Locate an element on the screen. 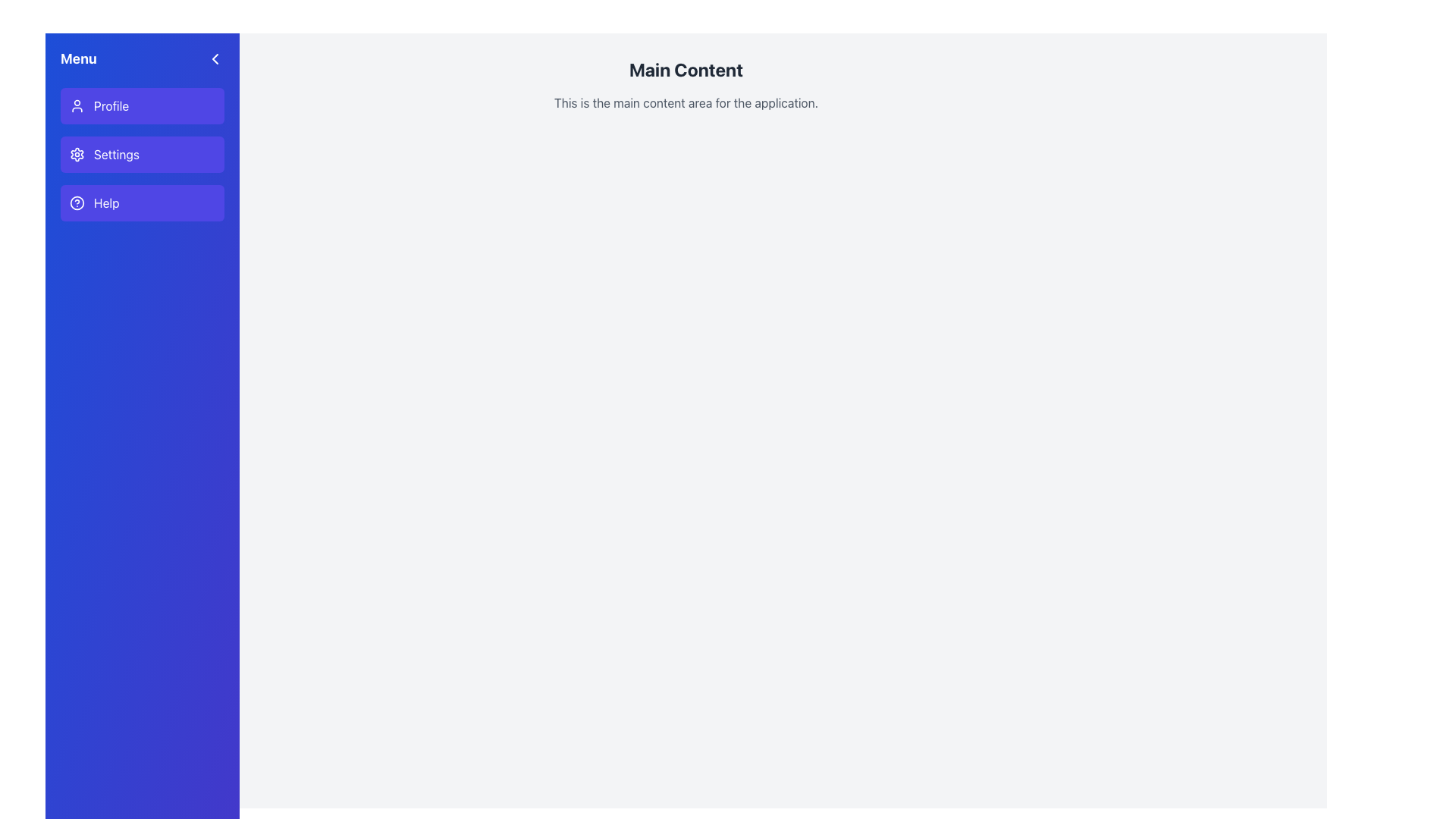 Image resolution: width=1456 pixels, height=819 pixels. user profile icon located in the sidebar menu, which features a circular head and shoulders design, positioned to the left of the 'Profile' text label is located at coordinates (76, 105).